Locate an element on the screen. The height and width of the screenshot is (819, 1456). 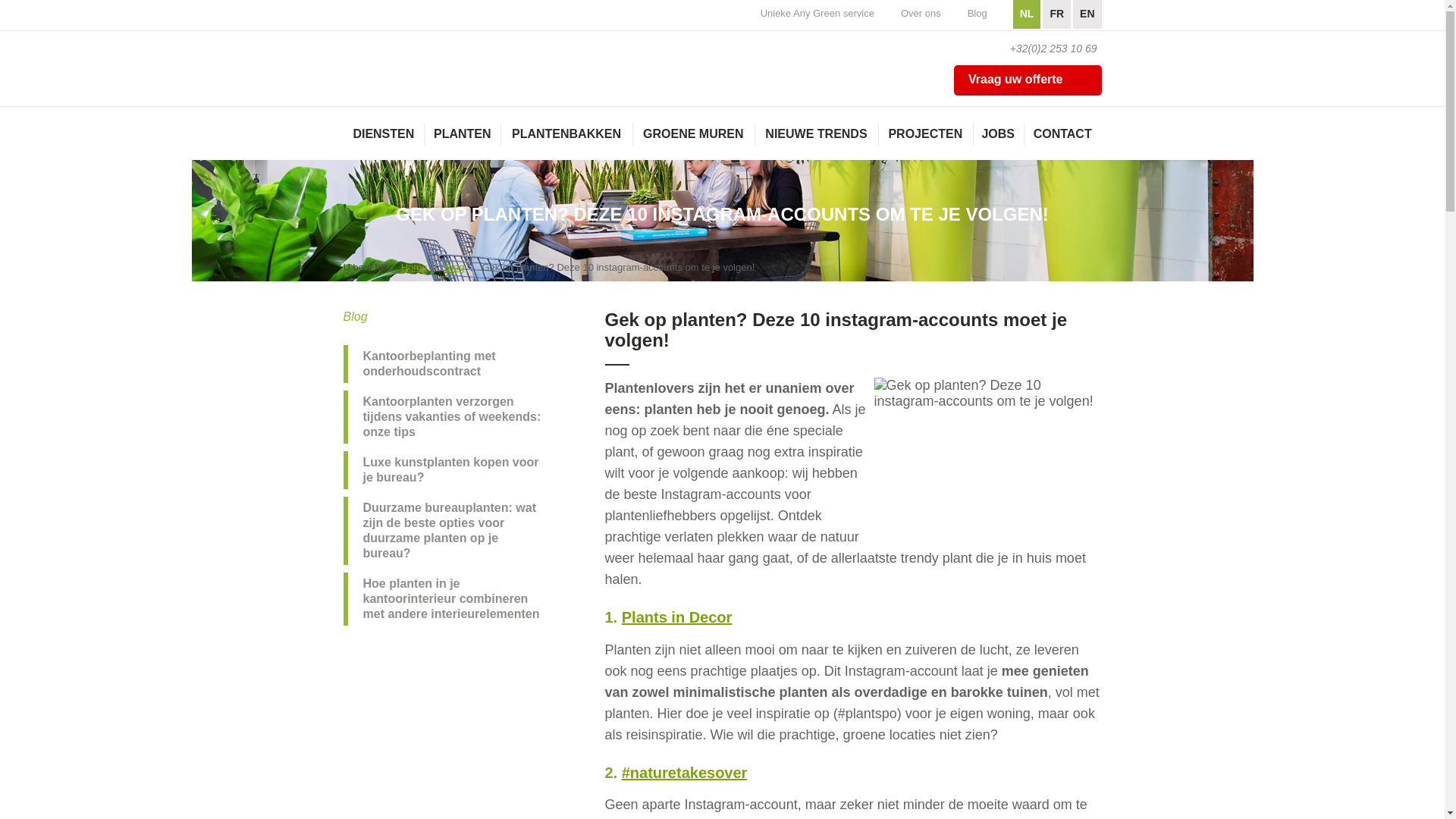
'FR' is located at coordinates (1056, 14).